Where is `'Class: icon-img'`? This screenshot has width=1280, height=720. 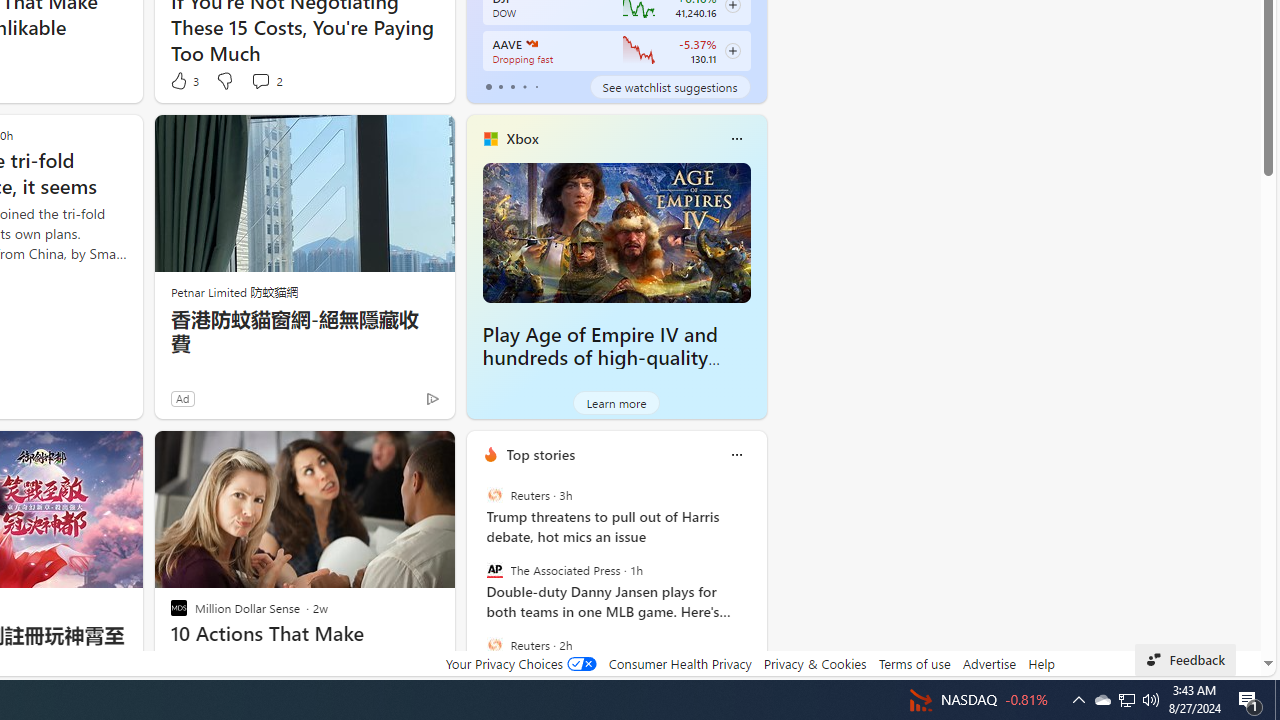 'Class: icon-img' is located at coordinates (735, 455).